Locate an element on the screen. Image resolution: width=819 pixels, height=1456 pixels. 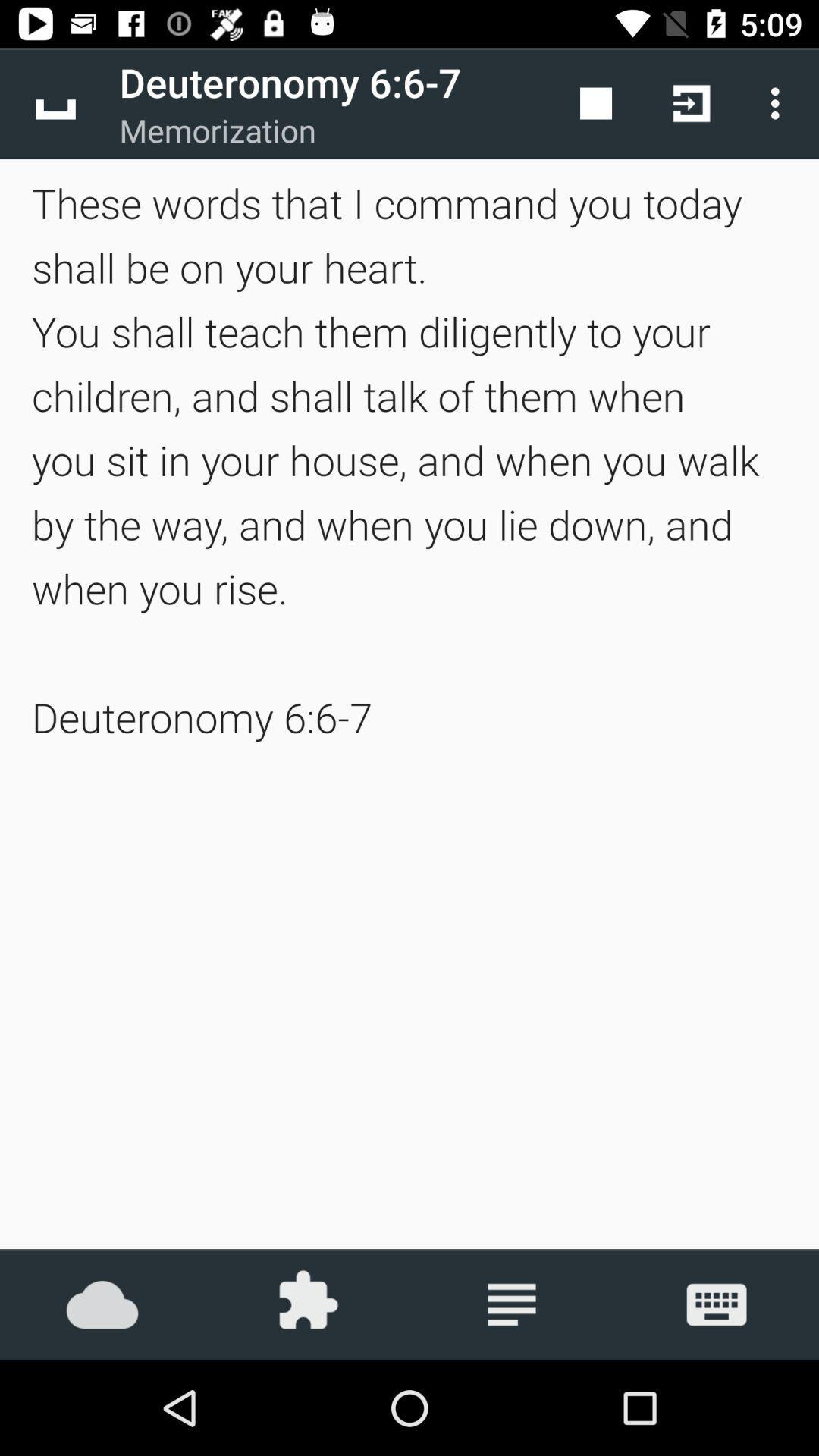
these words that is located at coordinates (409, 459).